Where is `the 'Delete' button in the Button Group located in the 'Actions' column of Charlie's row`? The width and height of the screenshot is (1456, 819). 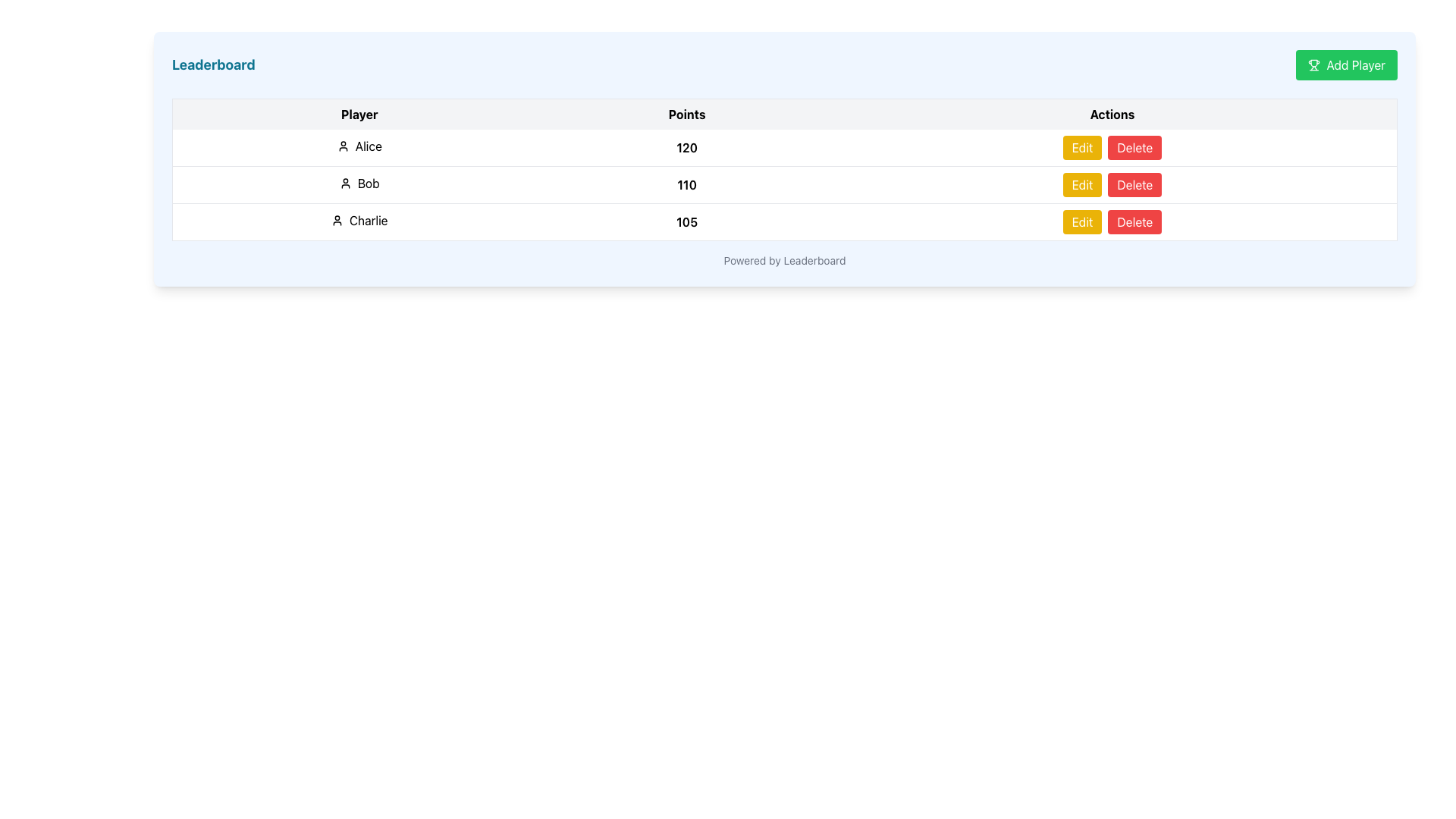 the 'Delete' button in the Button Group located in the 'Actions' column of Charlie's row is located at coordinates (1112, 222).